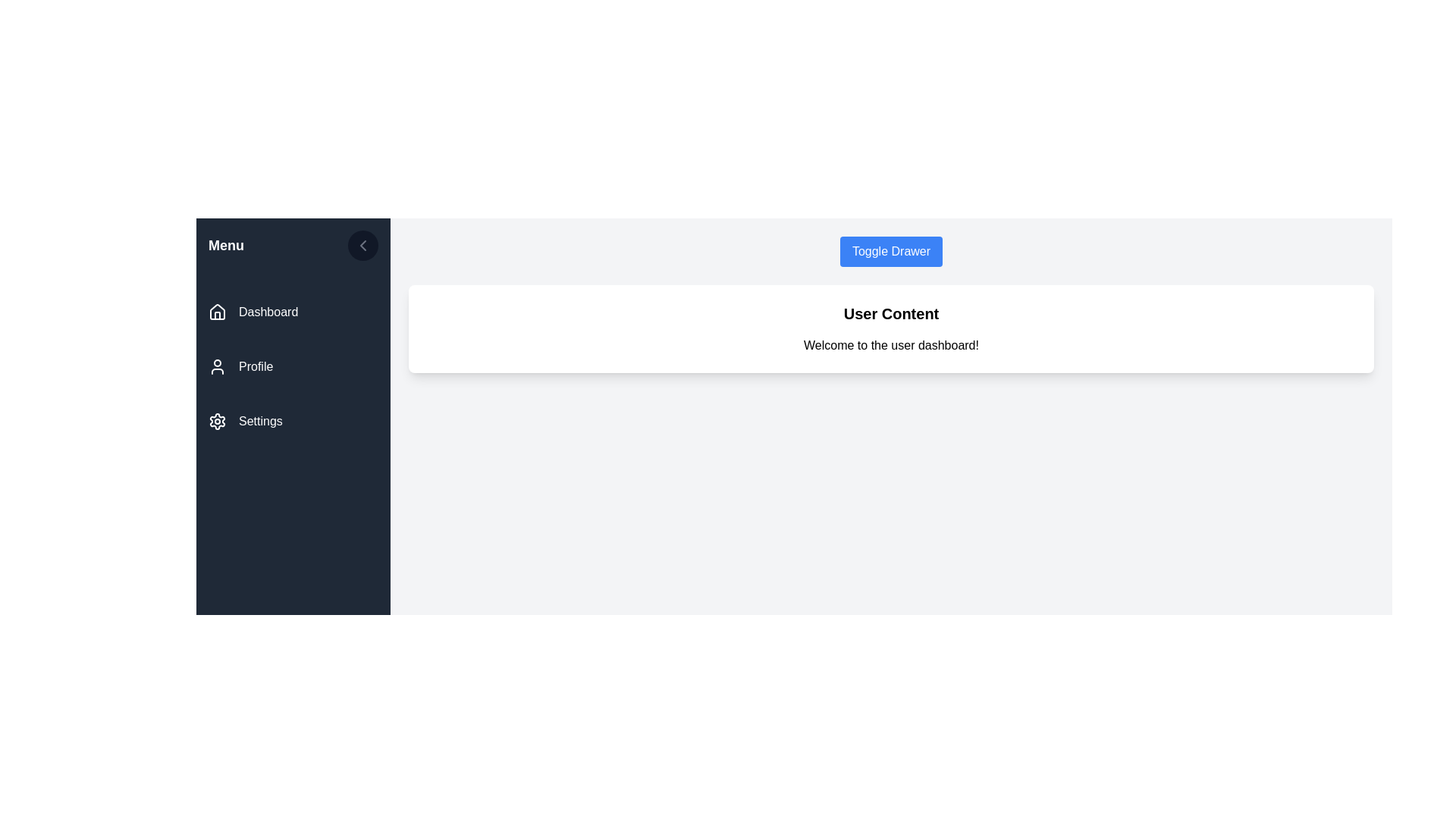  What do you see at coordinates (217, 421) in the screenshot?
I see `the gear icon resembling settings, which is located to the left of the 'Settings' text in the vertical menu` at bounding box center [217, 421].